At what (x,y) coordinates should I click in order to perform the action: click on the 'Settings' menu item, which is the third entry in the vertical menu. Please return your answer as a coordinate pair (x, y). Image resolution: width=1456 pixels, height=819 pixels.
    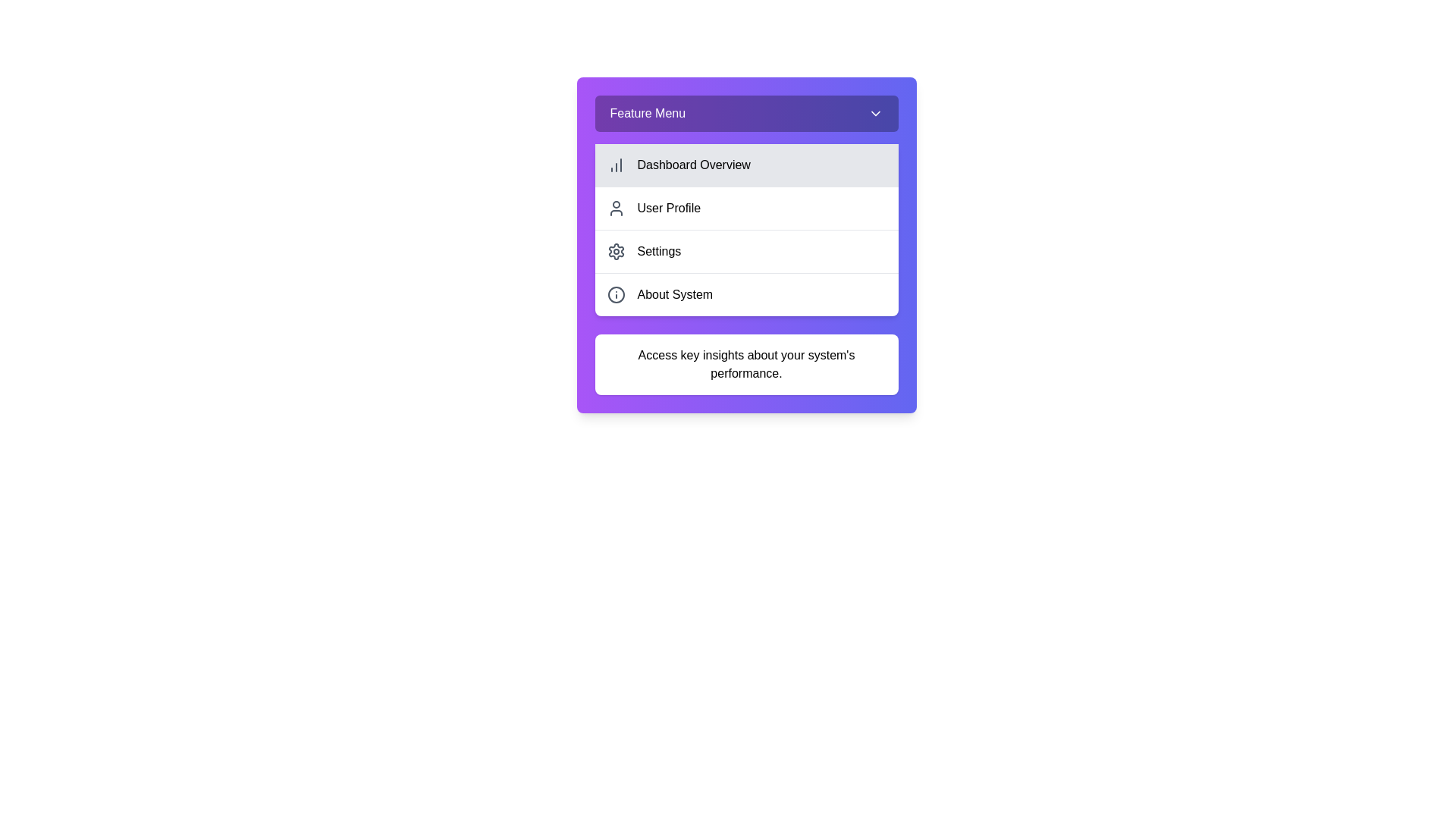
    Looking at the image, I should click on (746, 250).